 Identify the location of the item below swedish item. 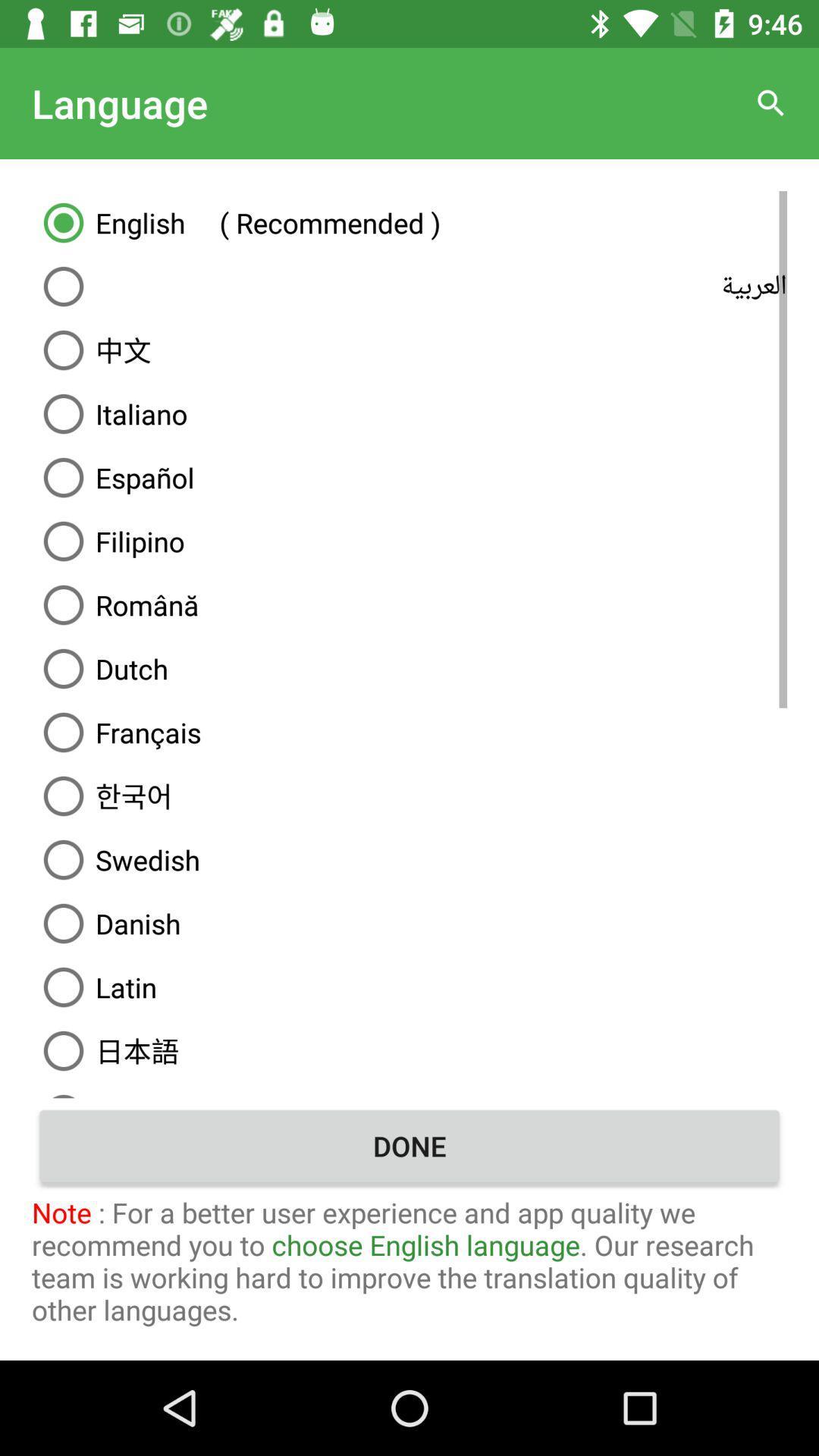
(409, 923).